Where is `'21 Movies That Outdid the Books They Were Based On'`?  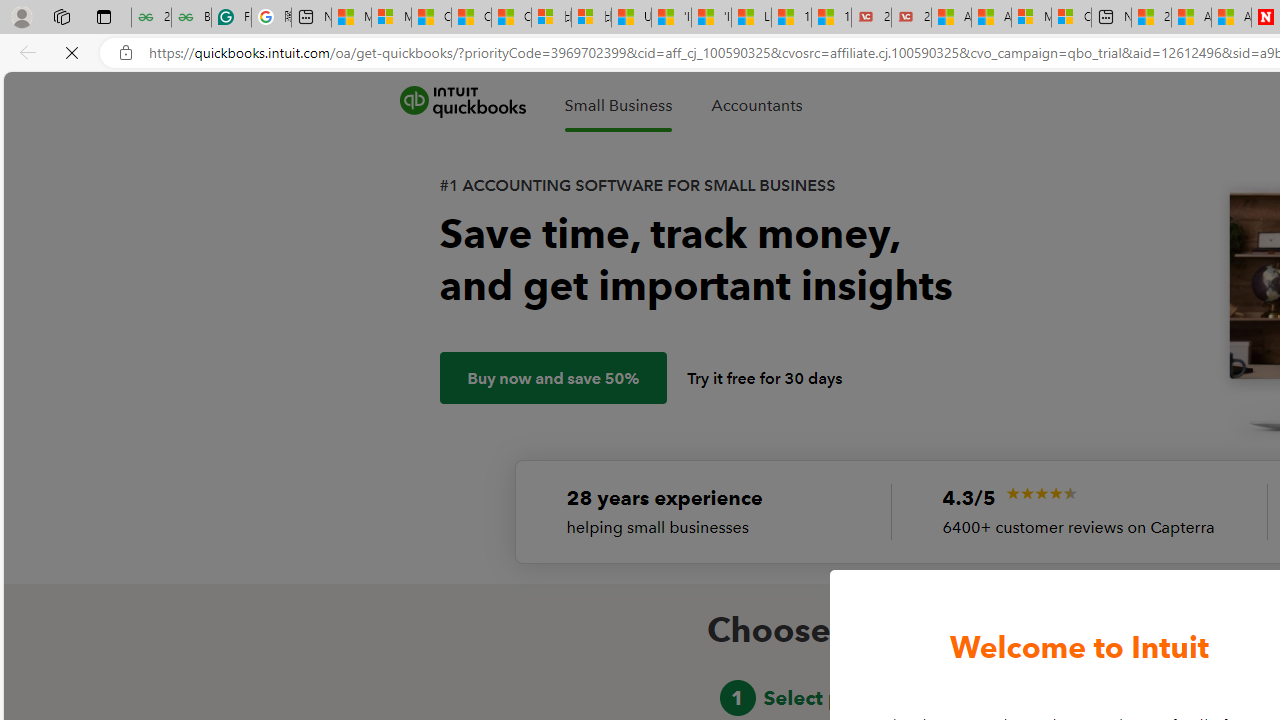 '21 Movies That Outdid the Books They Were Based On' is located at coordinates (910, 17).